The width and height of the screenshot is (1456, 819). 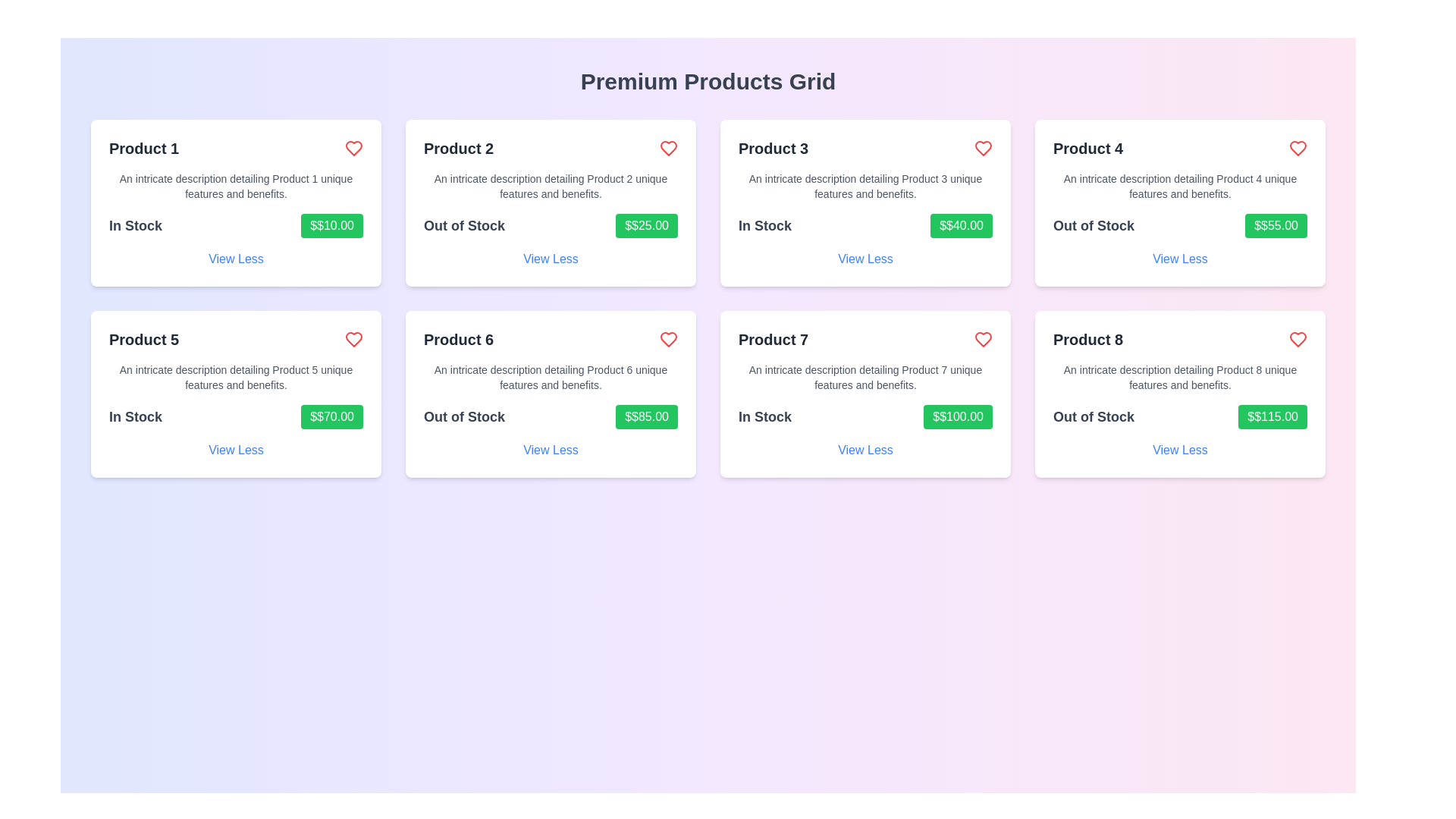 I want to click on the 'Out of Stock' text label, which is styled prominently in dark gray and located within the sixth product card, so click(x=463, y=417).